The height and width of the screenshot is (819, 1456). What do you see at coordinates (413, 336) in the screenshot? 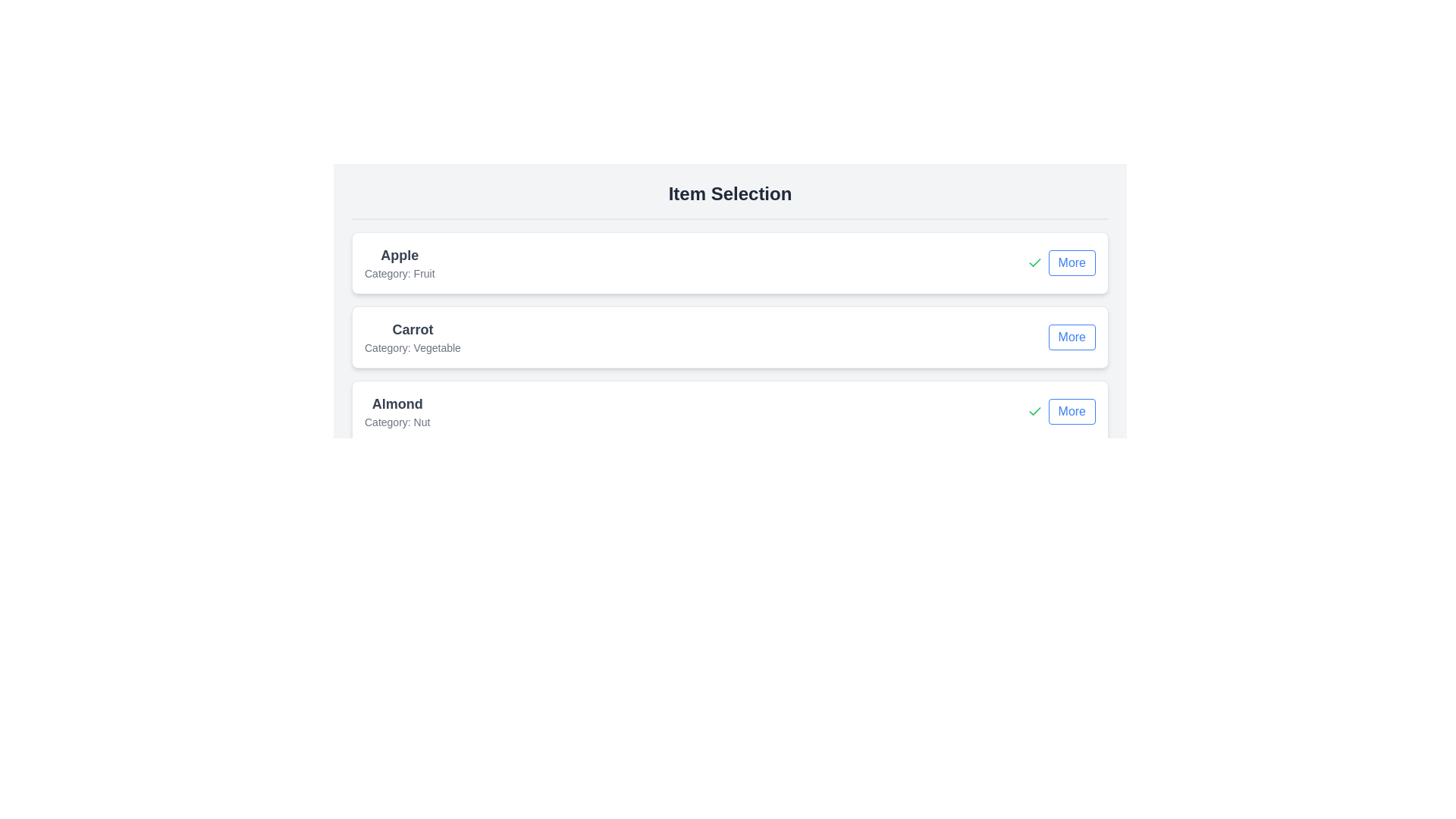
I see `the label displaying 'Carrot' above 'Category: Vegetable' within the second list item of a bordered, shadowed card` at bounding box center [413, 336].